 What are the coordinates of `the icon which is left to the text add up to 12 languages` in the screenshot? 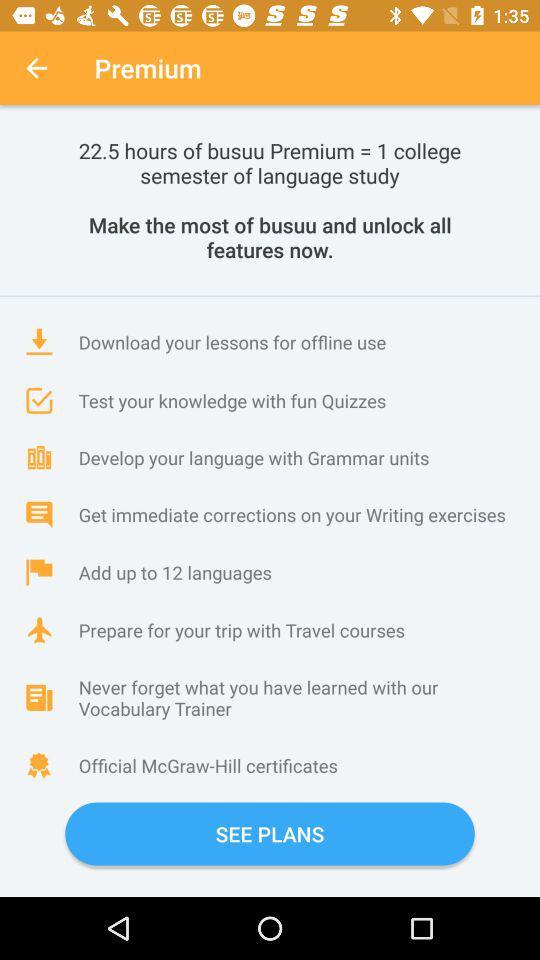 It's located at (39, 573).